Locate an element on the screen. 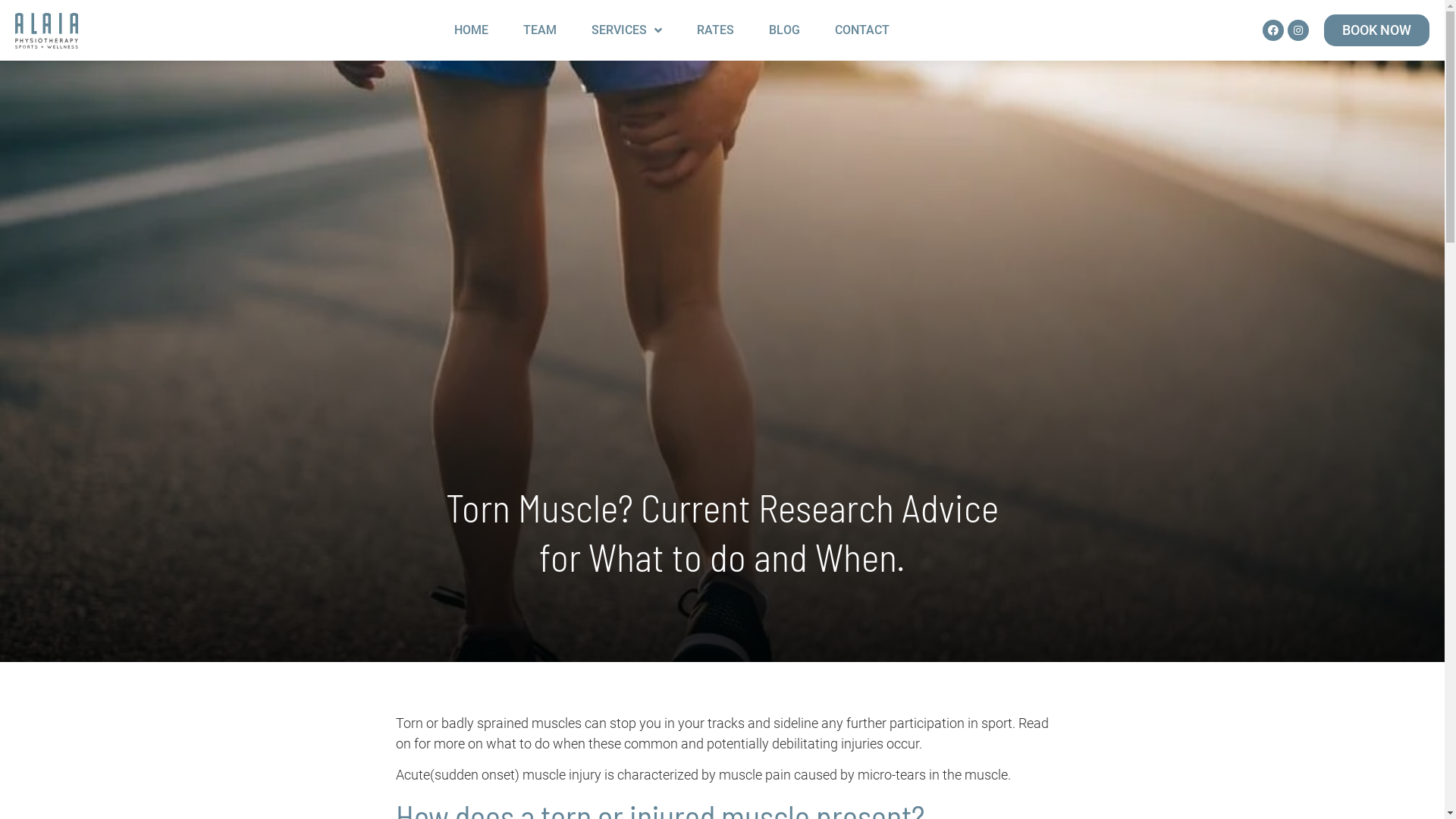 Image resolution: width=1456 pixels, height=819 pixels. 'SERVICES' is located at coordinates (575, 30).